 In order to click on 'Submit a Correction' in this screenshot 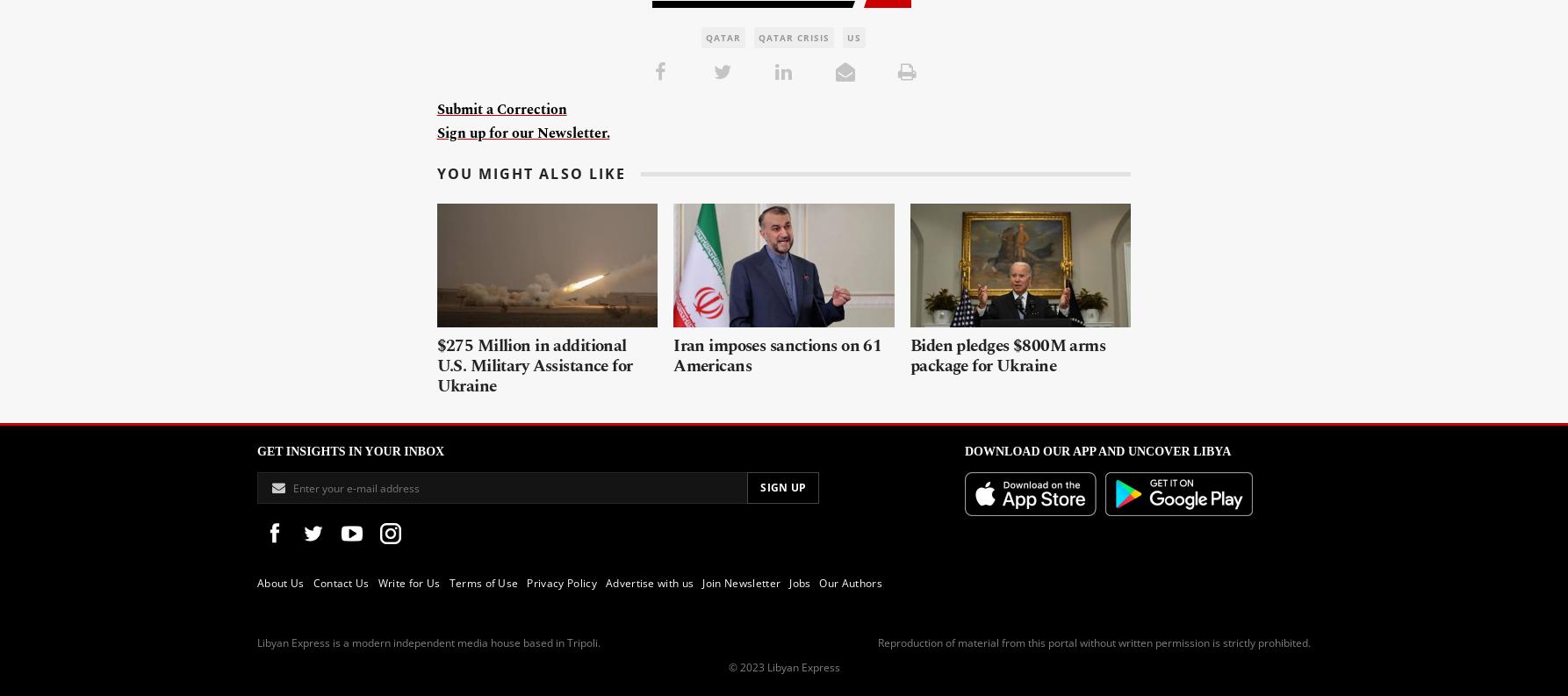, I will do `click(500, 108)`.